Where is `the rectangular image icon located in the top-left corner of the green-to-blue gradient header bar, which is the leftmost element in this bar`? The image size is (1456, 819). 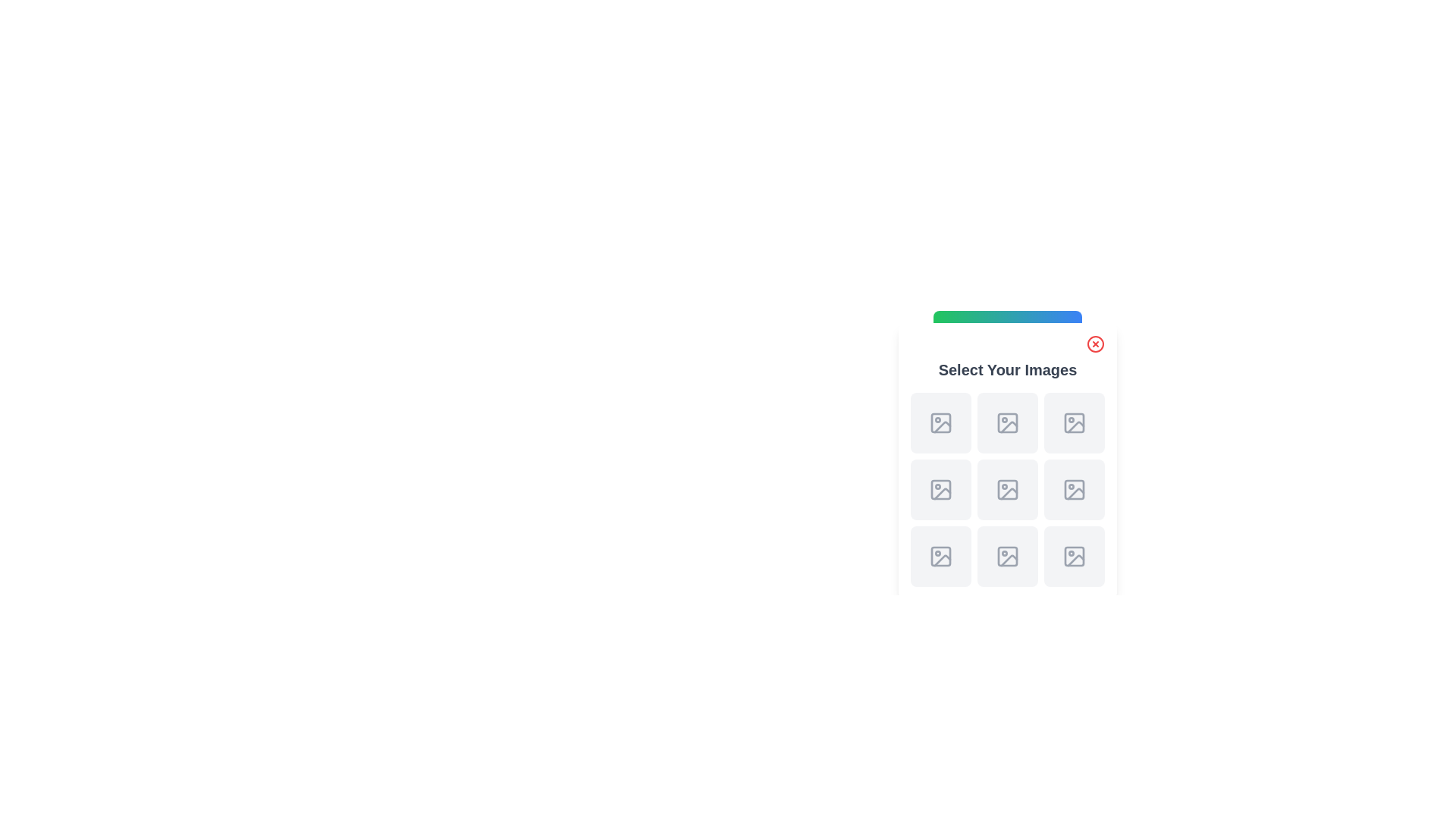 the rectangular image icon located in the top-left corner of the green-to-blue gradient header bar, which is the leftmost element in this bar is located at coordinates (960, 329).